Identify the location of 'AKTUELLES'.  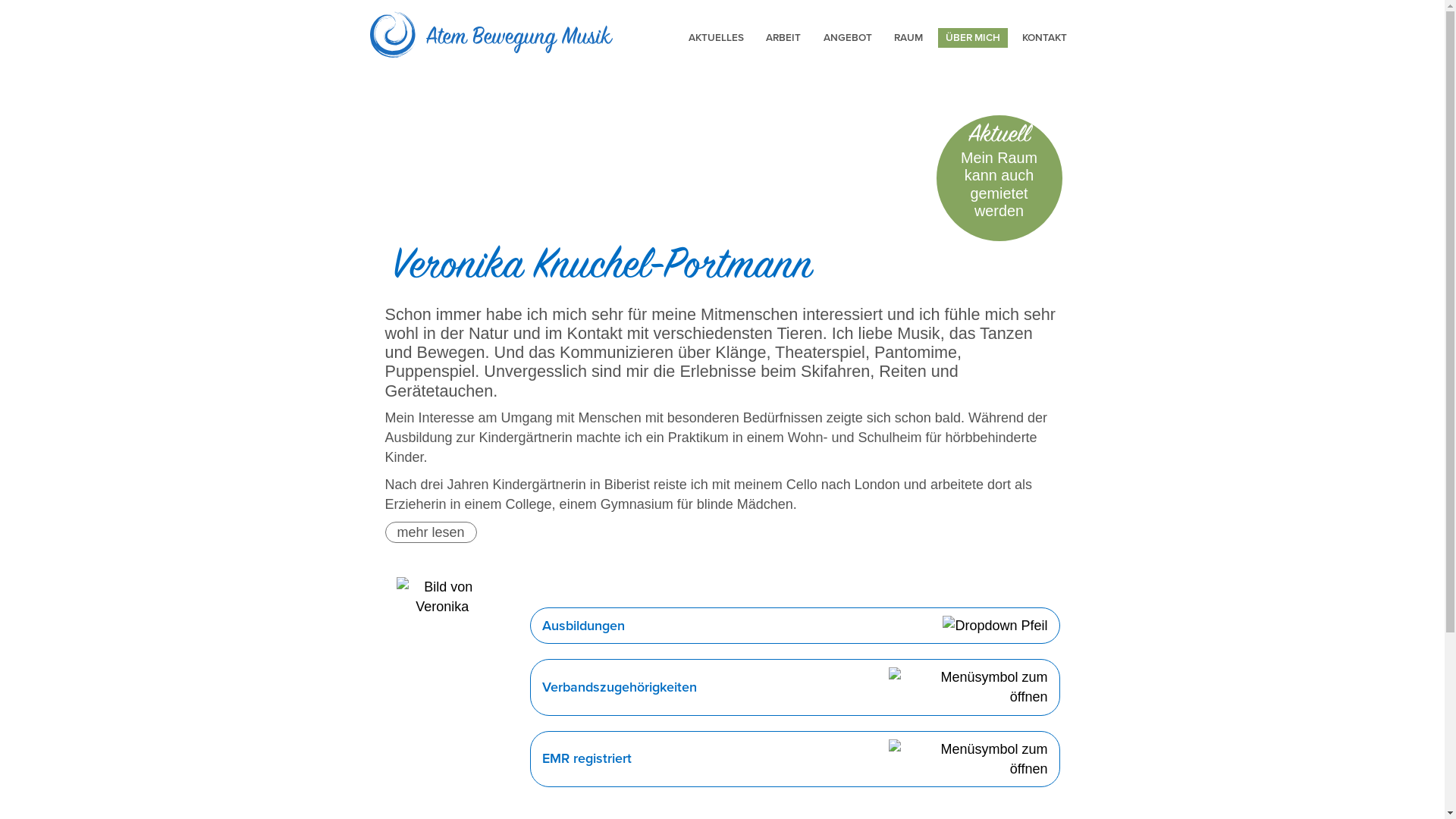
(715, 37).